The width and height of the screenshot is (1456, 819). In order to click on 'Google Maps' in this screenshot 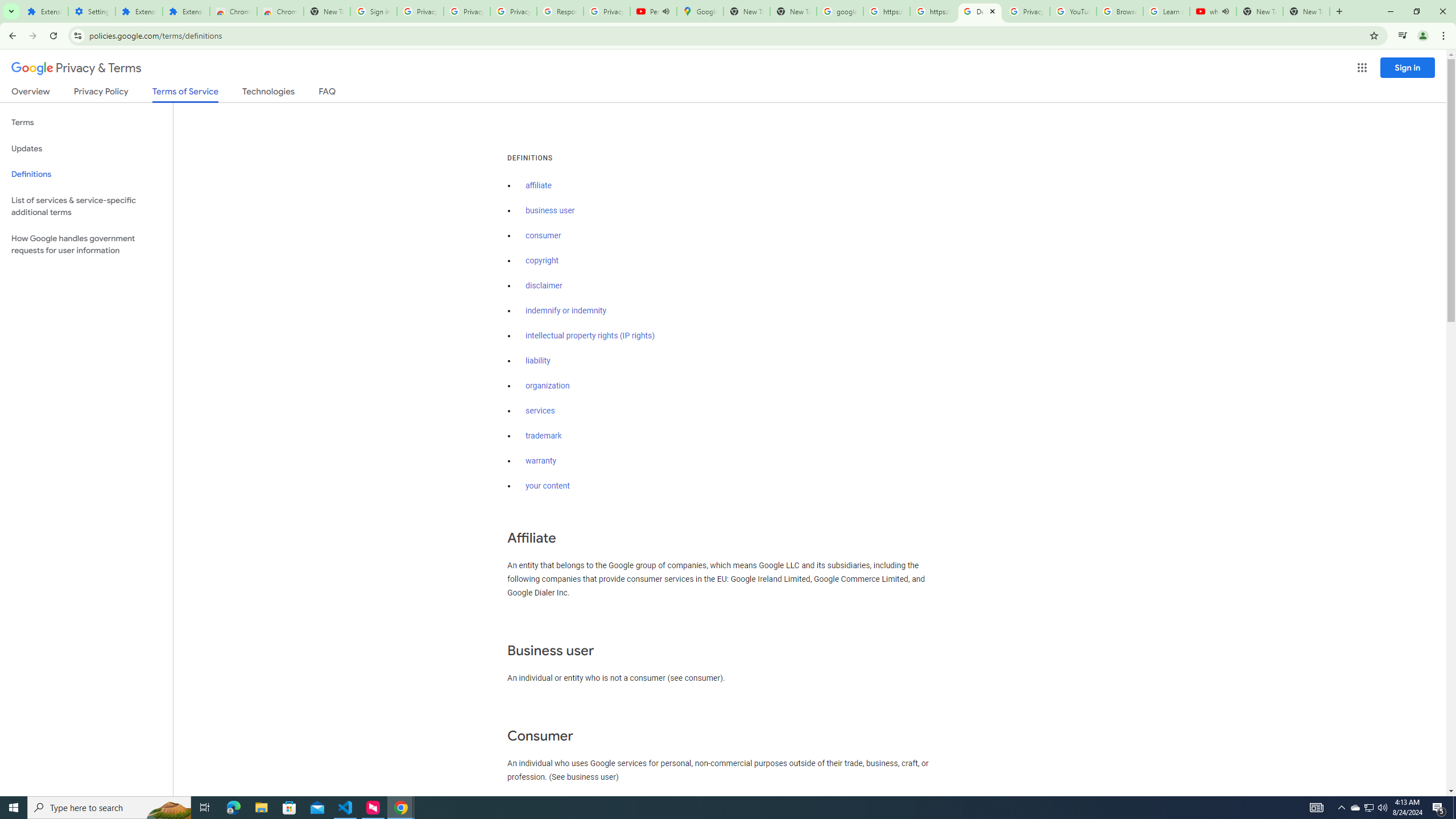, I will do `click(700, 11)`.